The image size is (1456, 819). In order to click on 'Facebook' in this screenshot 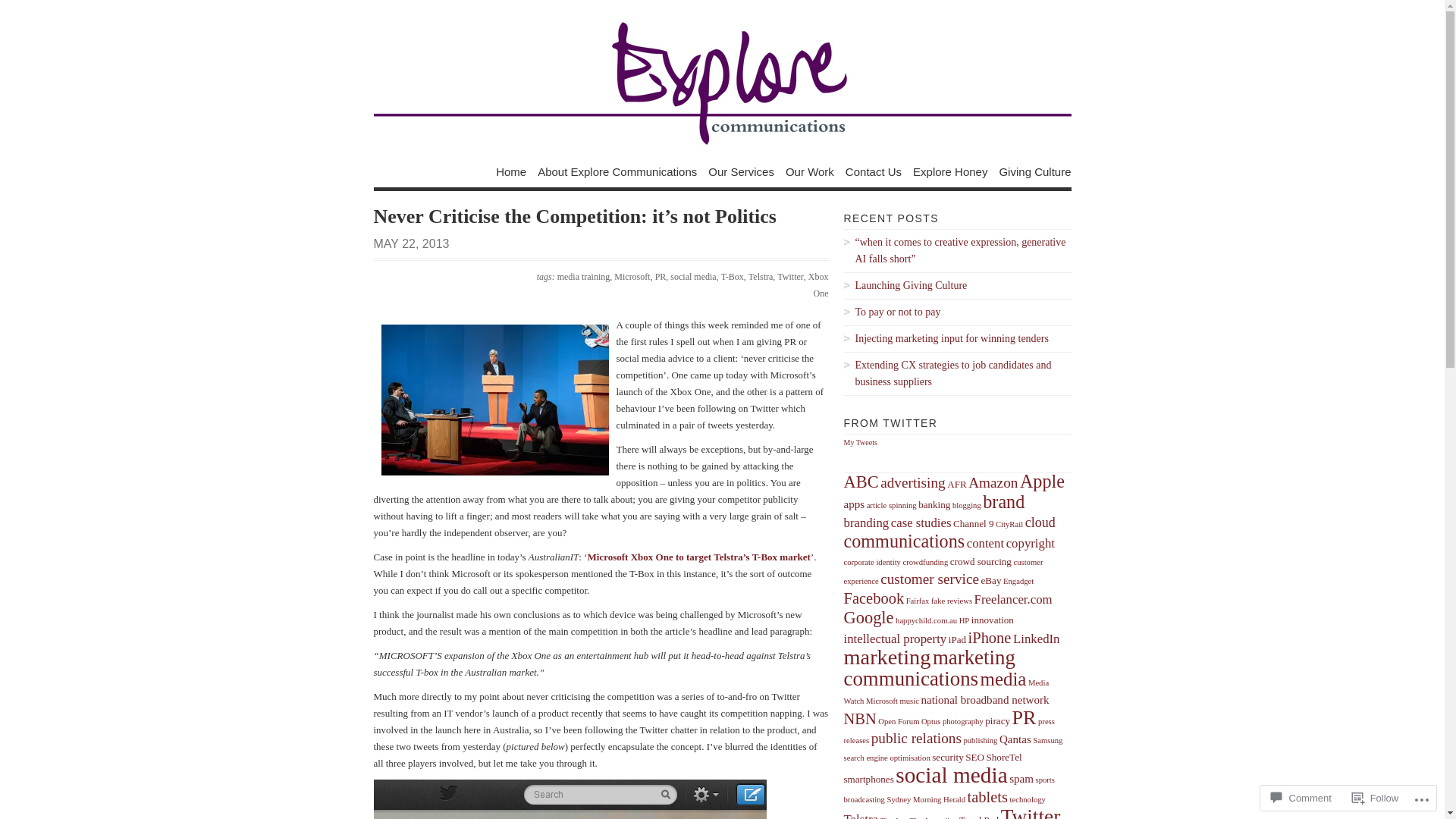, I will do `click(874, 598)`.